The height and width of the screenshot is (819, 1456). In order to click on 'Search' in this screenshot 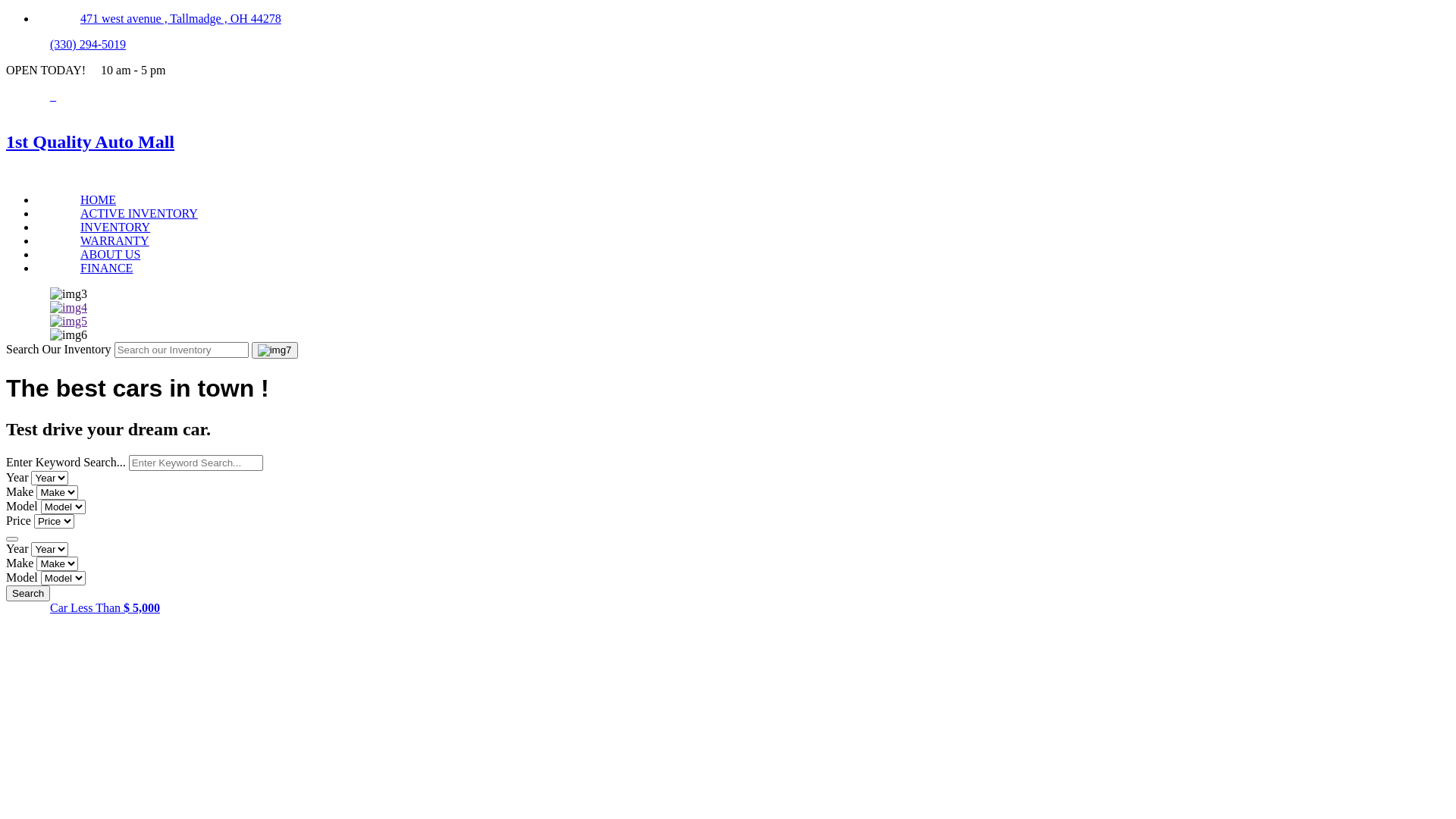, I will do `click(28, 592)`.